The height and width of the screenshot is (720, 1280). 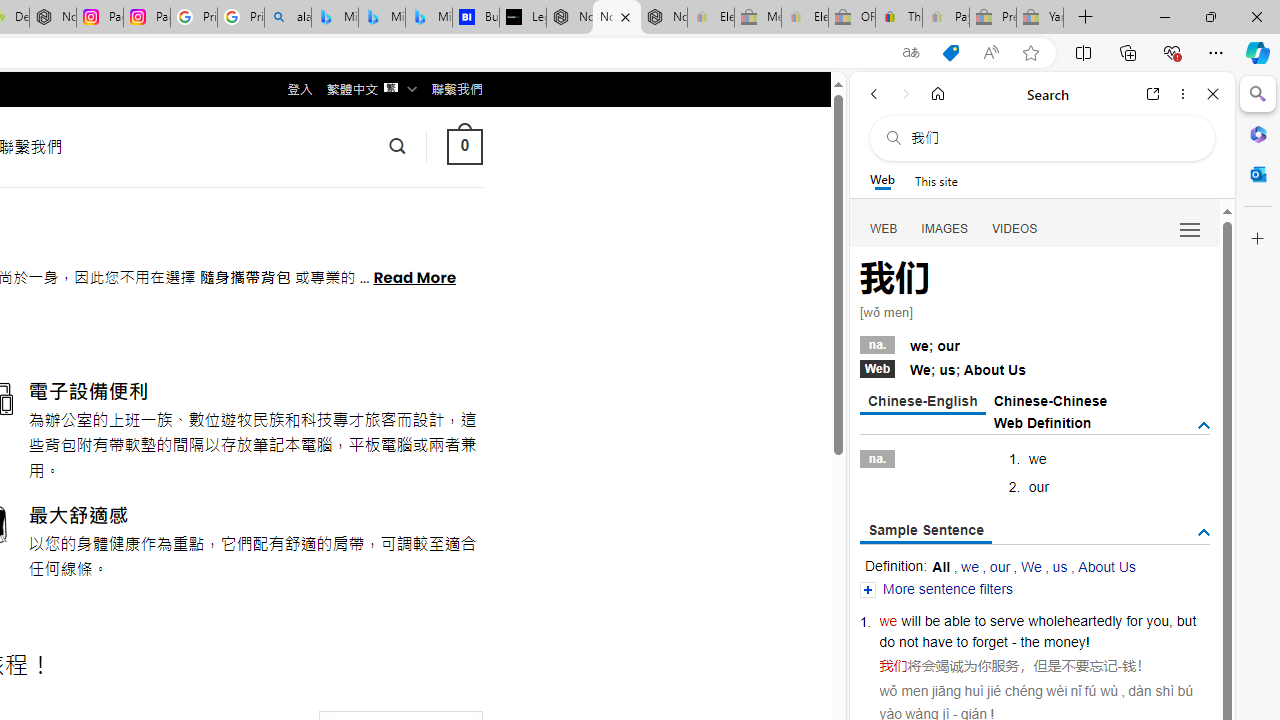 I want to click on 'Chinese-Chinese', so click(x=1049, y=401).